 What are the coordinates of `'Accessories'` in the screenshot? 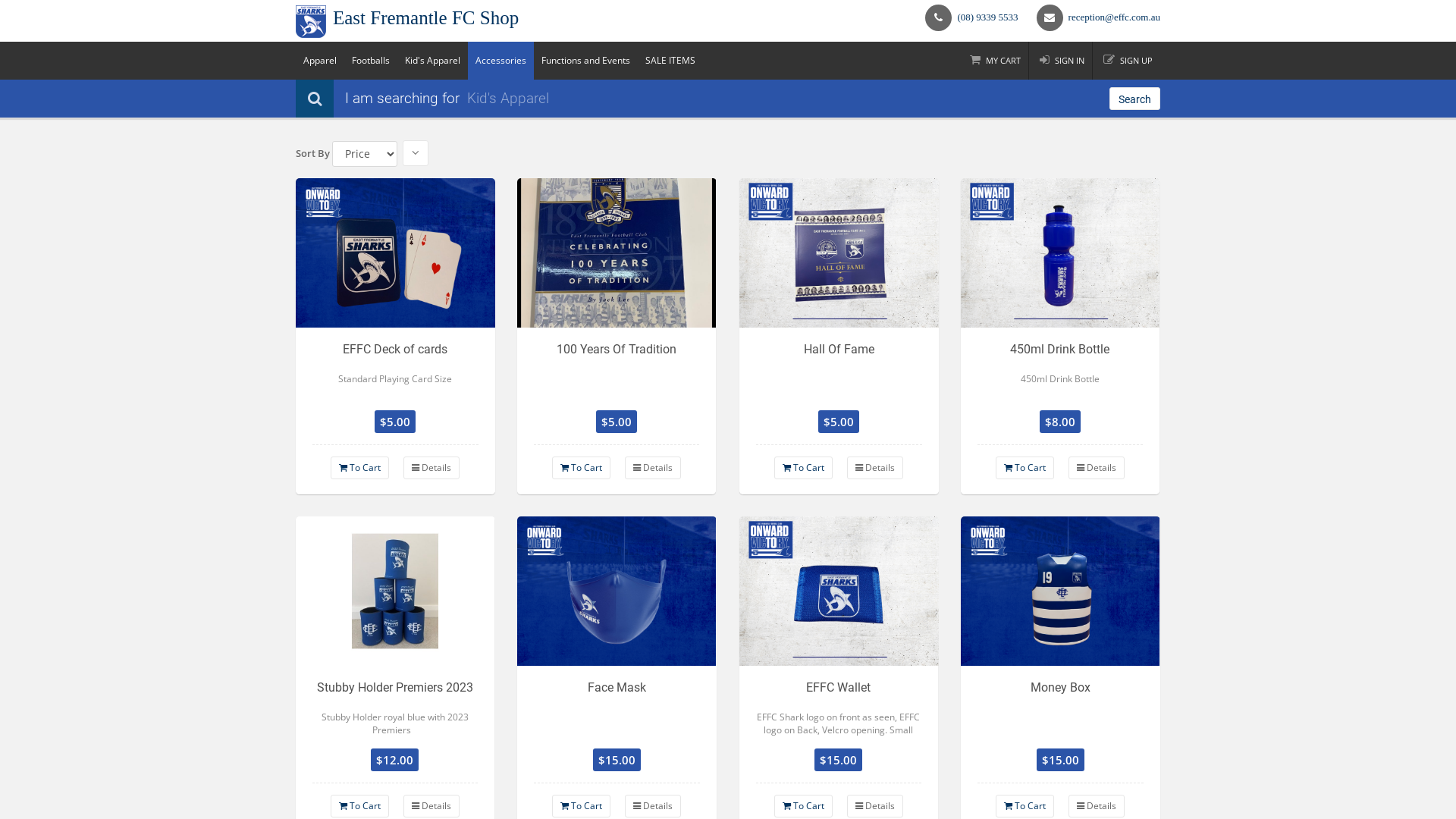 It's located at (500, 60).